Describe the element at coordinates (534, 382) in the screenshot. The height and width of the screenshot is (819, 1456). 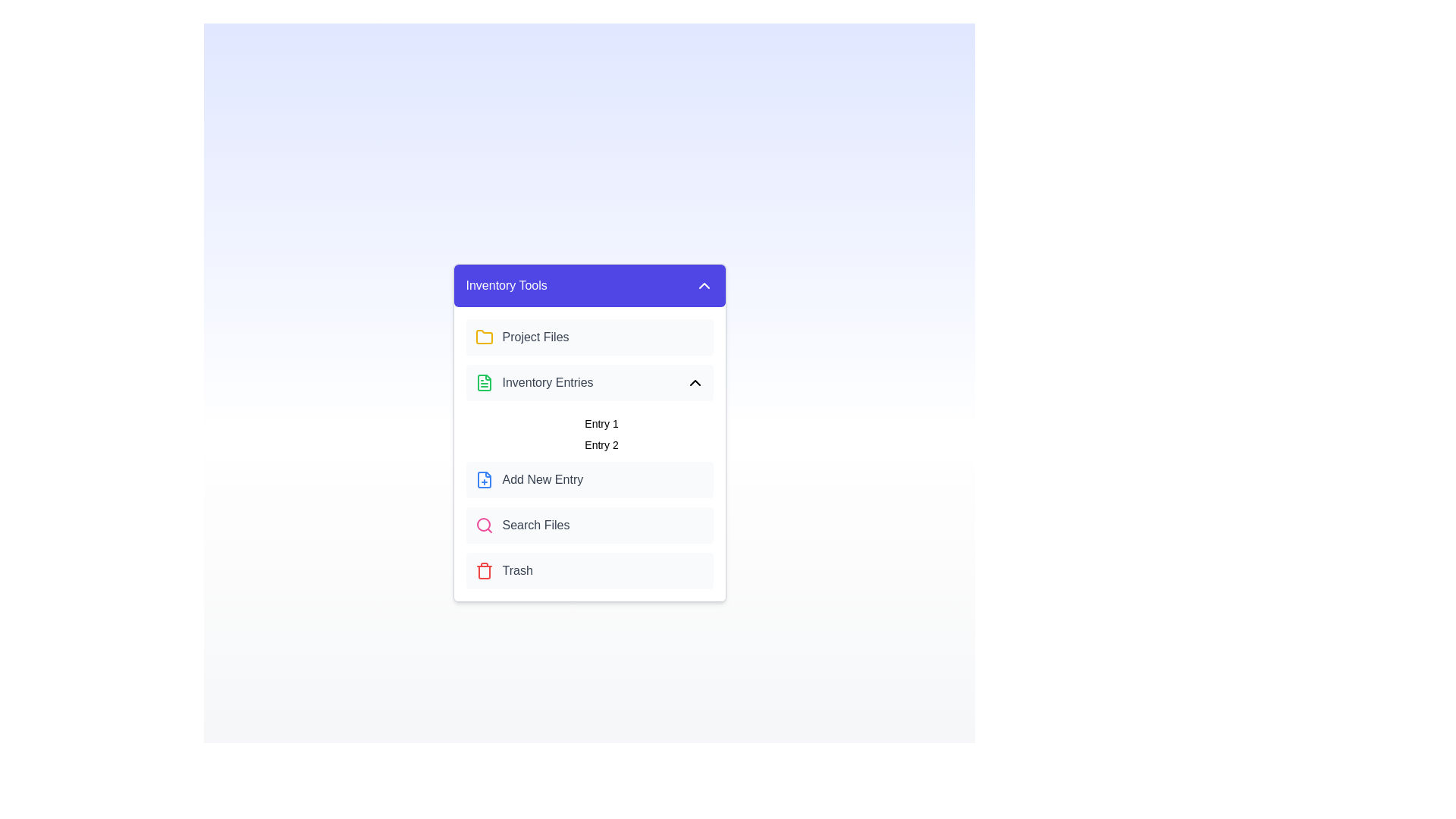
I see `the 'Inventory Entries' menu item, which is the second item in the 'Inventory Tools' navigation menu, styled in gray font and aligned to the right of a green file document icon` at that location.